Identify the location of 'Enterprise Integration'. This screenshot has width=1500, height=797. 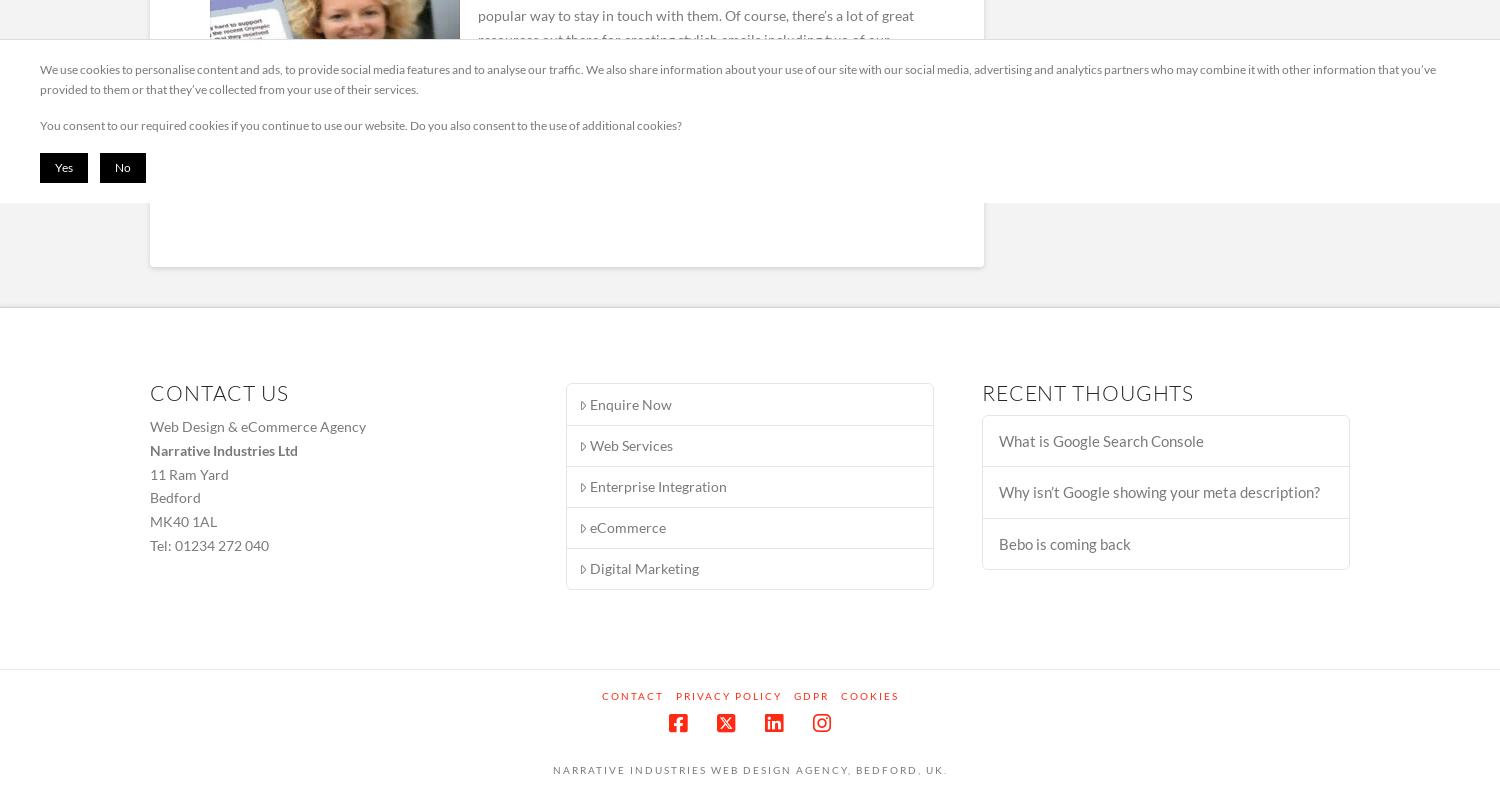
(658, 485).